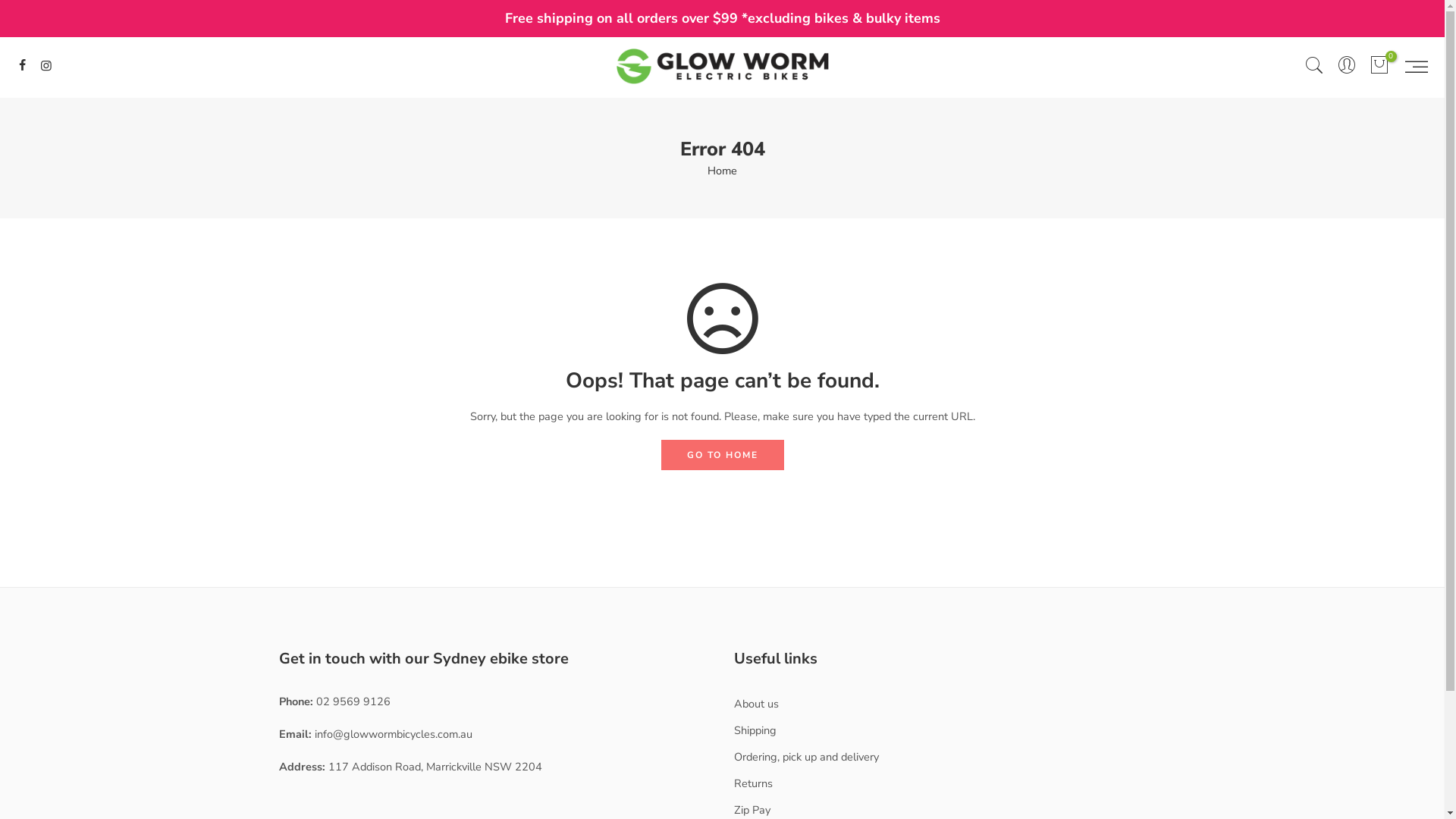 This screenshot has height=819, width=1456. Describe the element at coordinates (1368, 66) in the screenshot. I see `'0'` at that location.